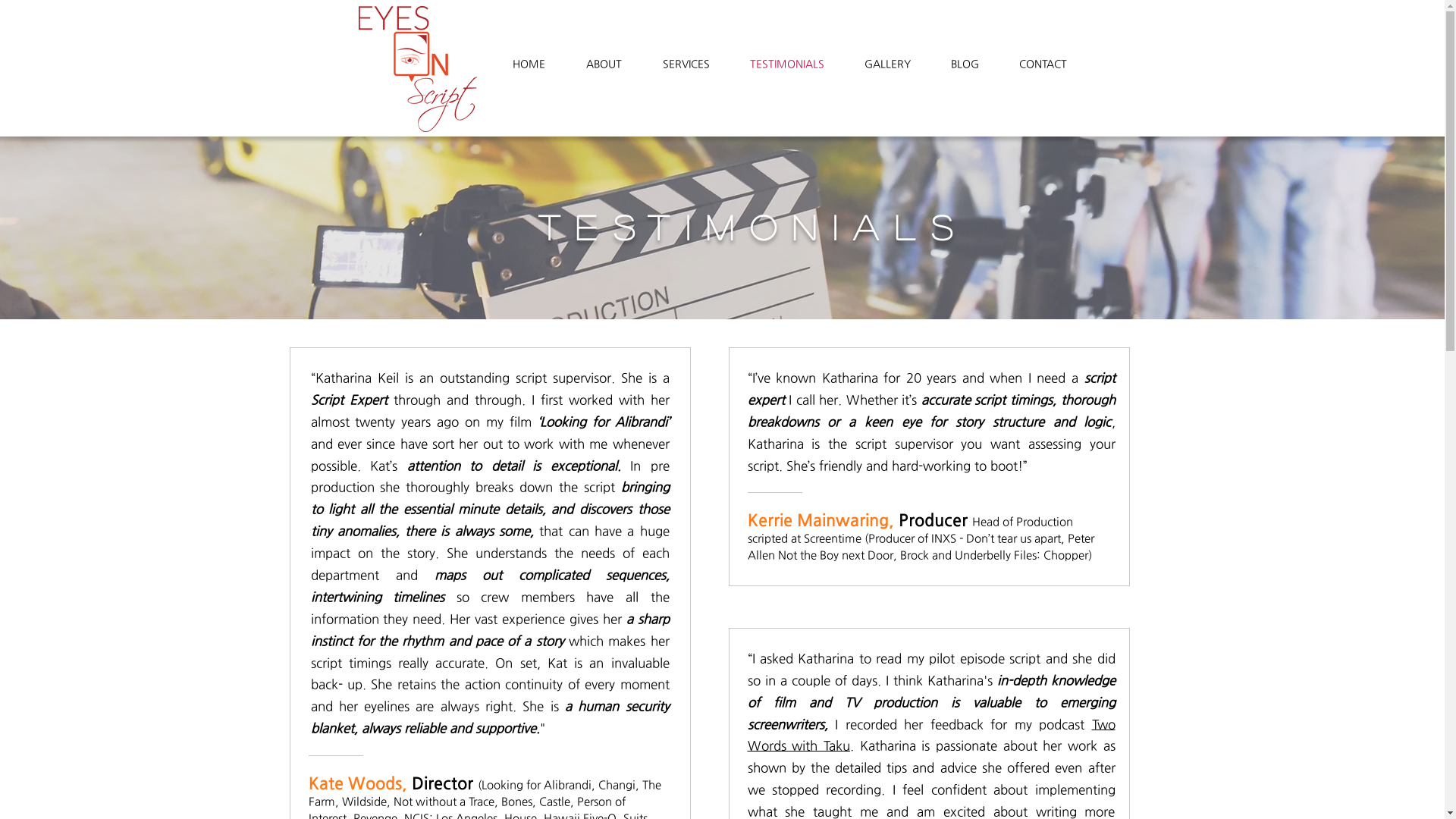  What do you see at coordinates (603, 63) in the screenshot?
I see `'ABOUT'` at bounding box center [603, 63].